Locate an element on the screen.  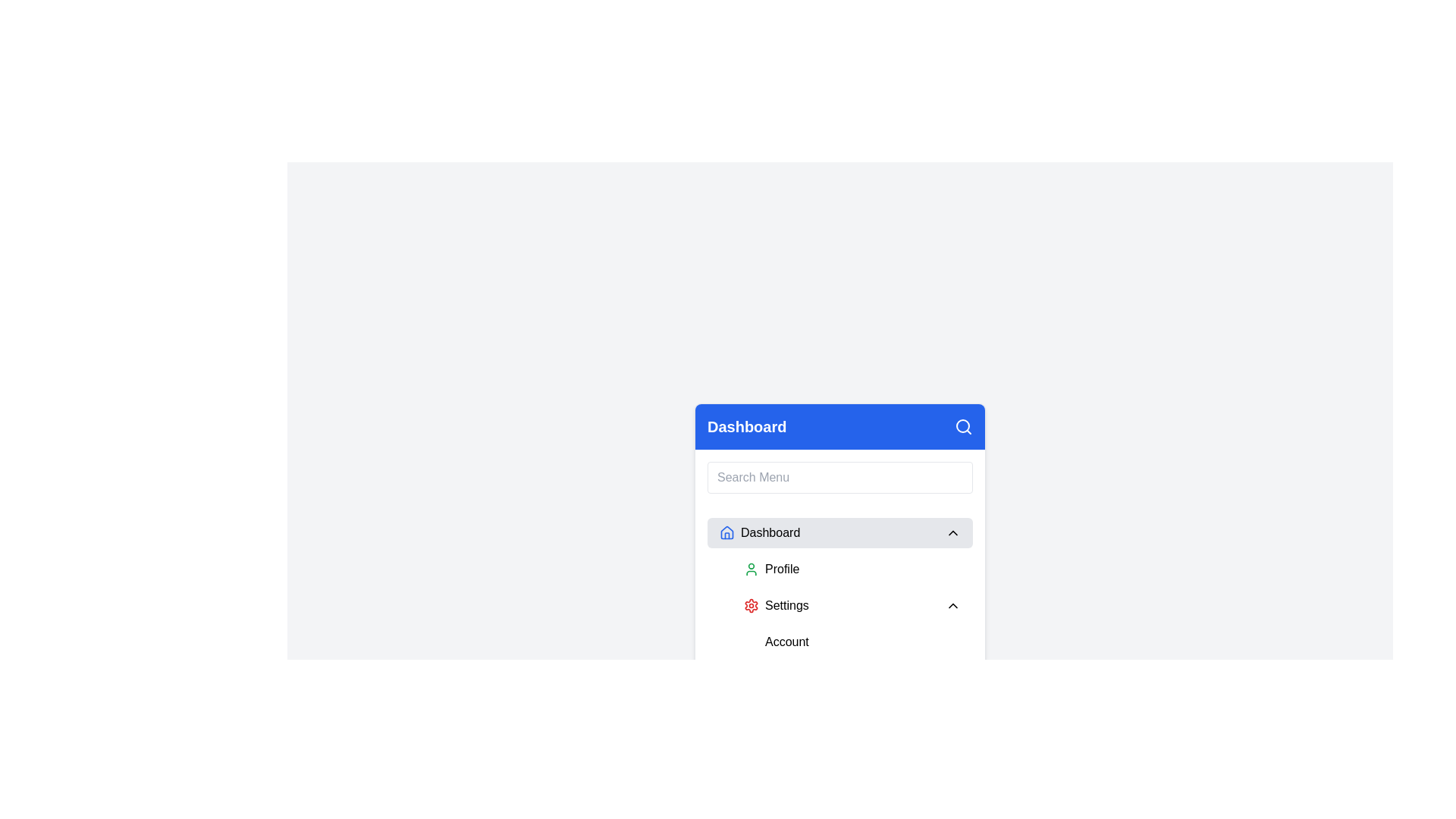
the red gear-like icon representing 'Settings', which is the second icon in the 'Dashboard' section of the dropdown menu is located at coordinates (751, 604).